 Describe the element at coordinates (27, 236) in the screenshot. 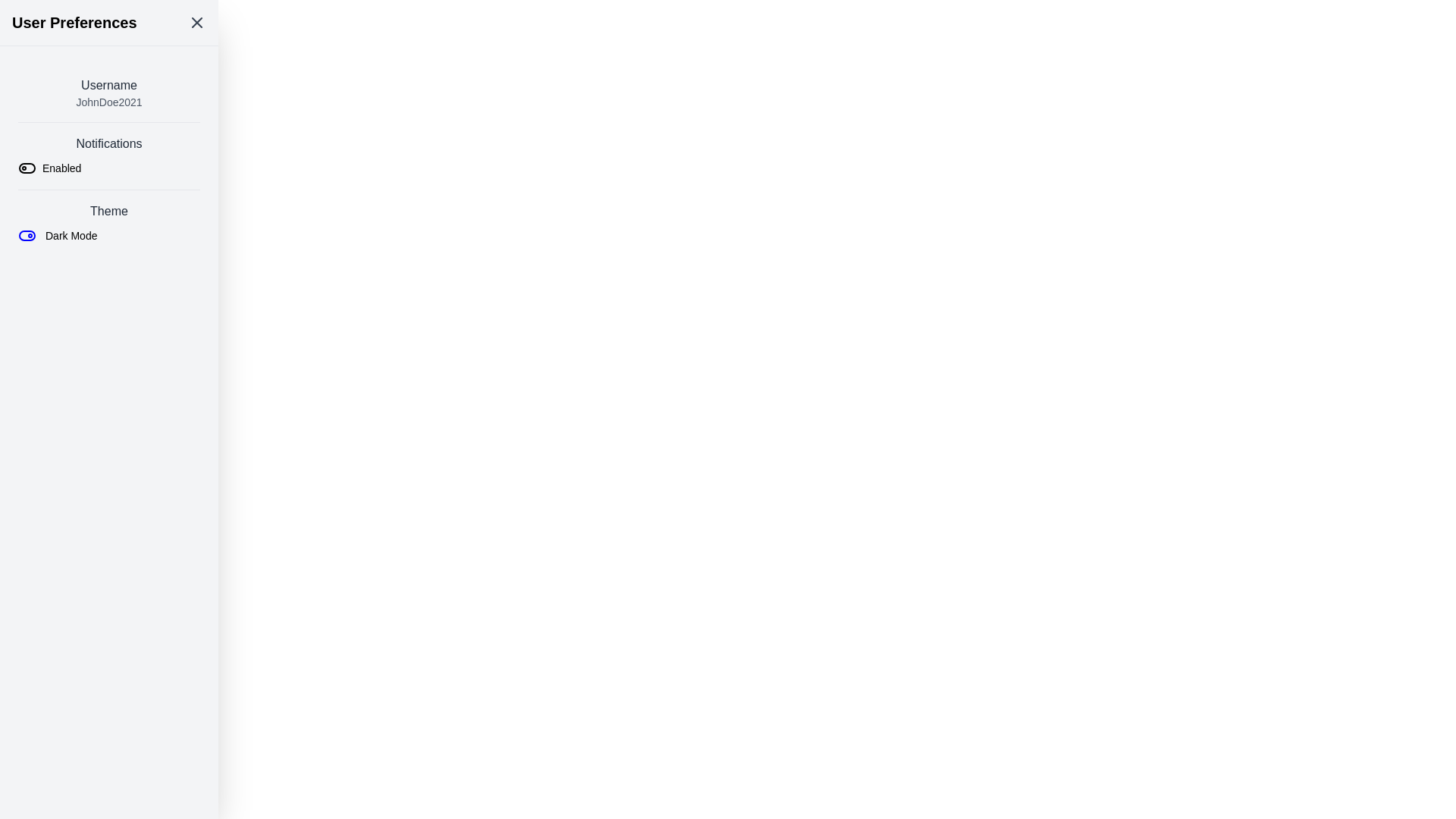

I see `the toggle switch background in the 'Theme' section under 'Dark Mode'` at that location.